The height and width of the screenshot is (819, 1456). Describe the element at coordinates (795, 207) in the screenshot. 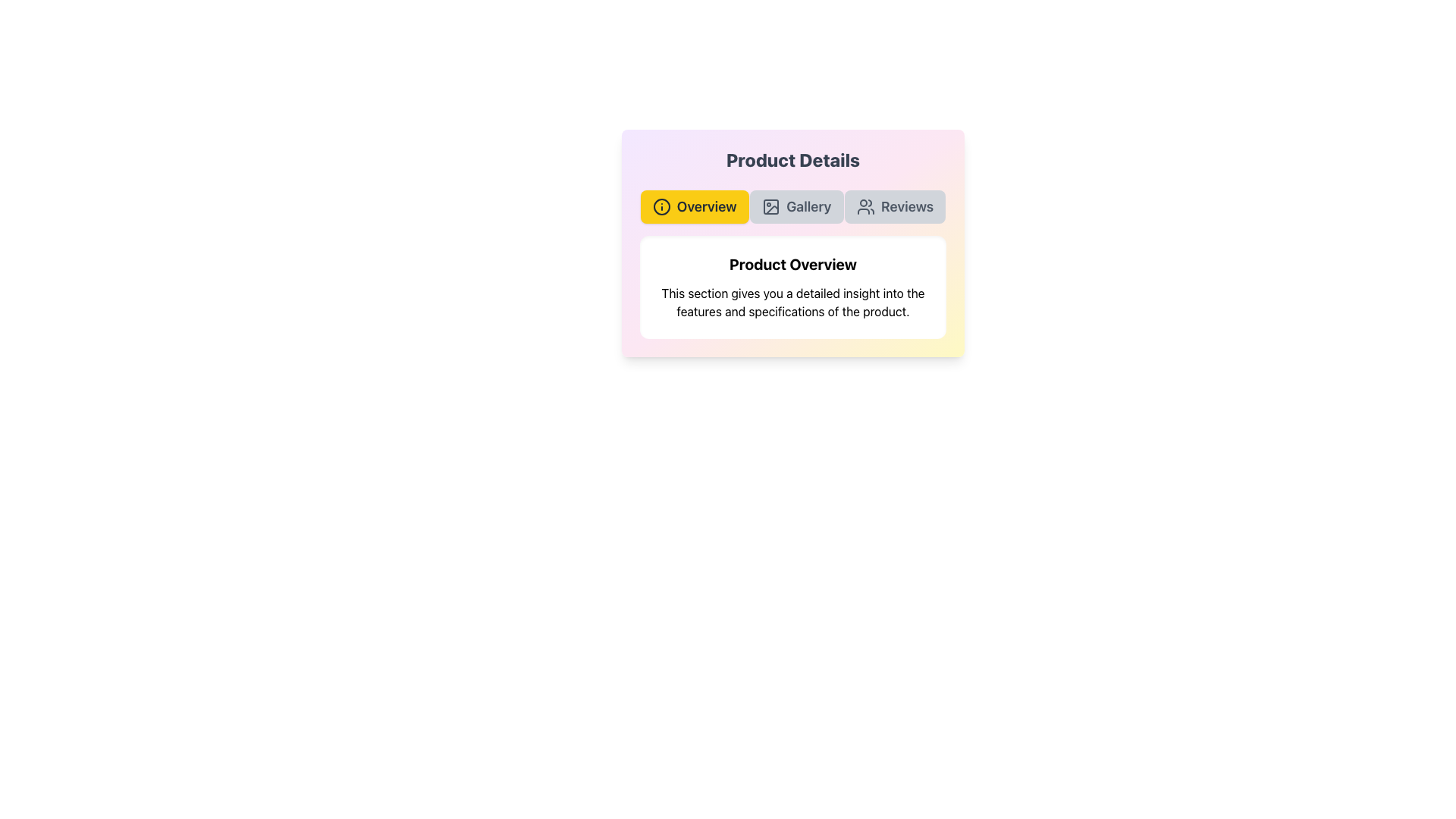

I see `the 'Gallery' button, which is a rounded rectangle with a light gray background and darker gray text, located between the 'Overview' and 'Reviews' buttons` at that location.